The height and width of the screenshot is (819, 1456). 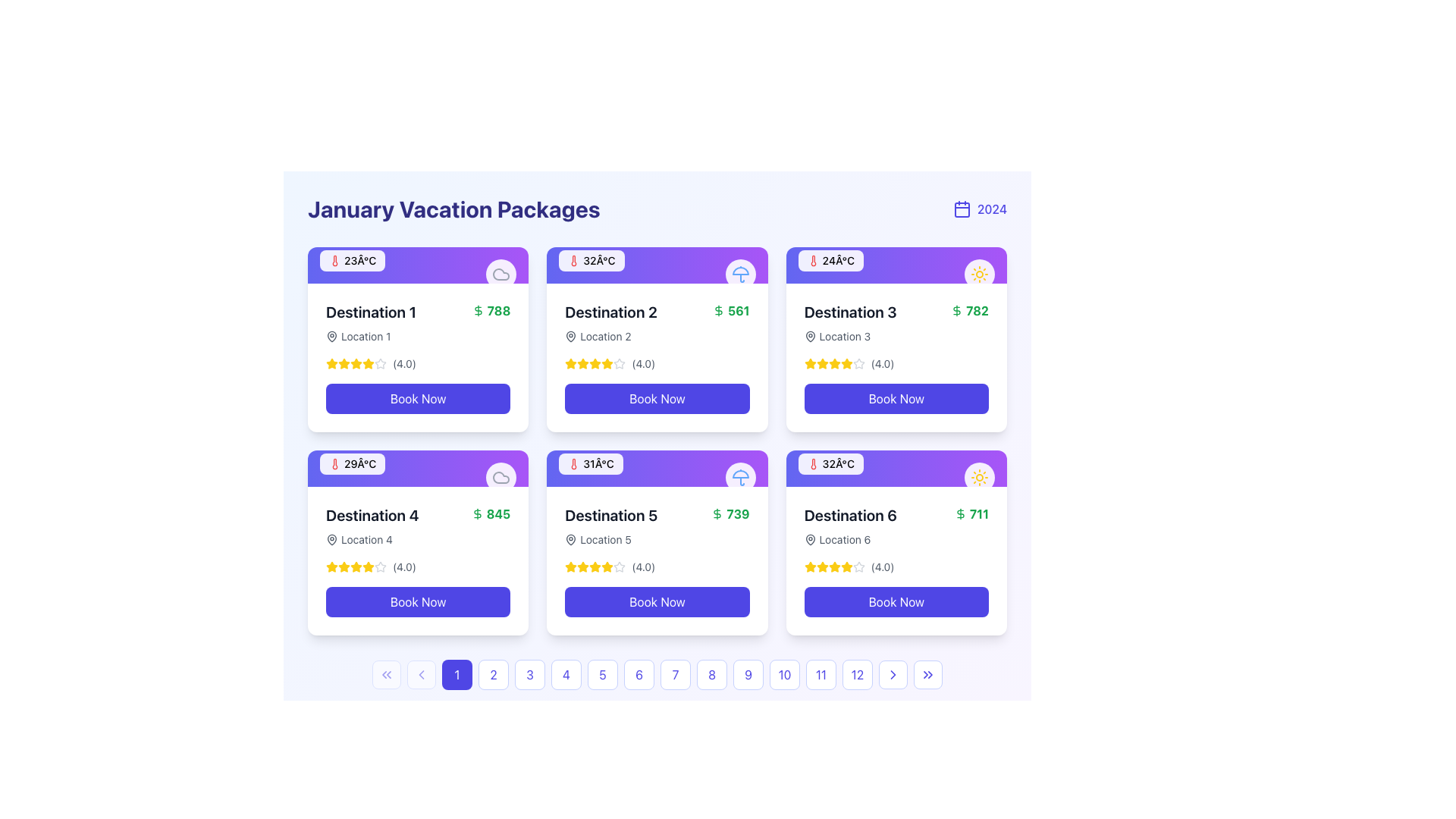 I want to click on the star icon representing a single unit of the 5-star rating system for 'Destination 3', located below the 'Destination 3' card in the third card of the top row, so click(x=833, y=363).